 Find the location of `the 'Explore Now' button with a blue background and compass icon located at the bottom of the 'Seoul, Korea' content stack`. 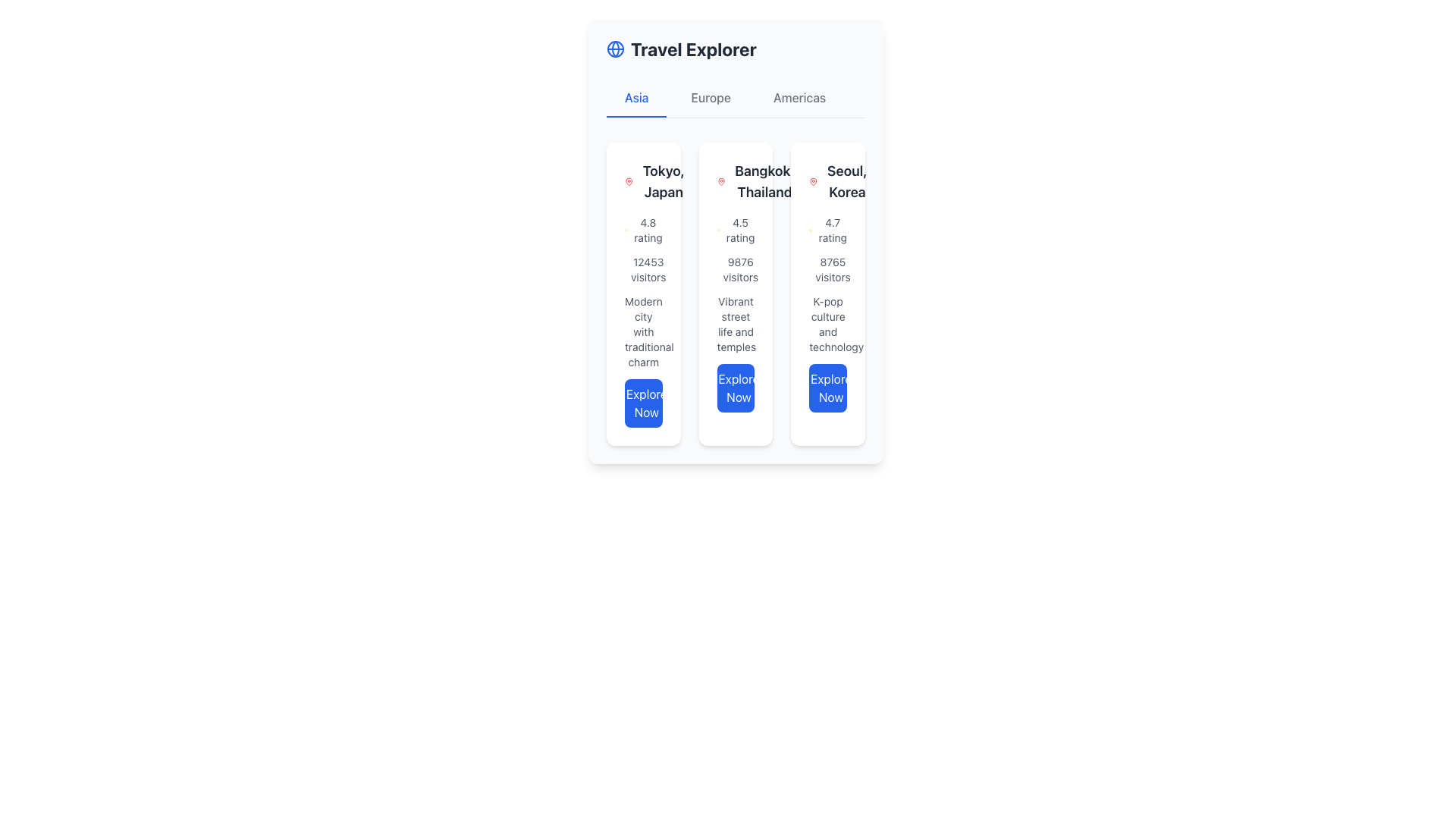

the 'Explore Now' button with a blue background and compass icon located at the bottom of the 'Seoul, Korea' content stack is located at coordinates (827, 388).